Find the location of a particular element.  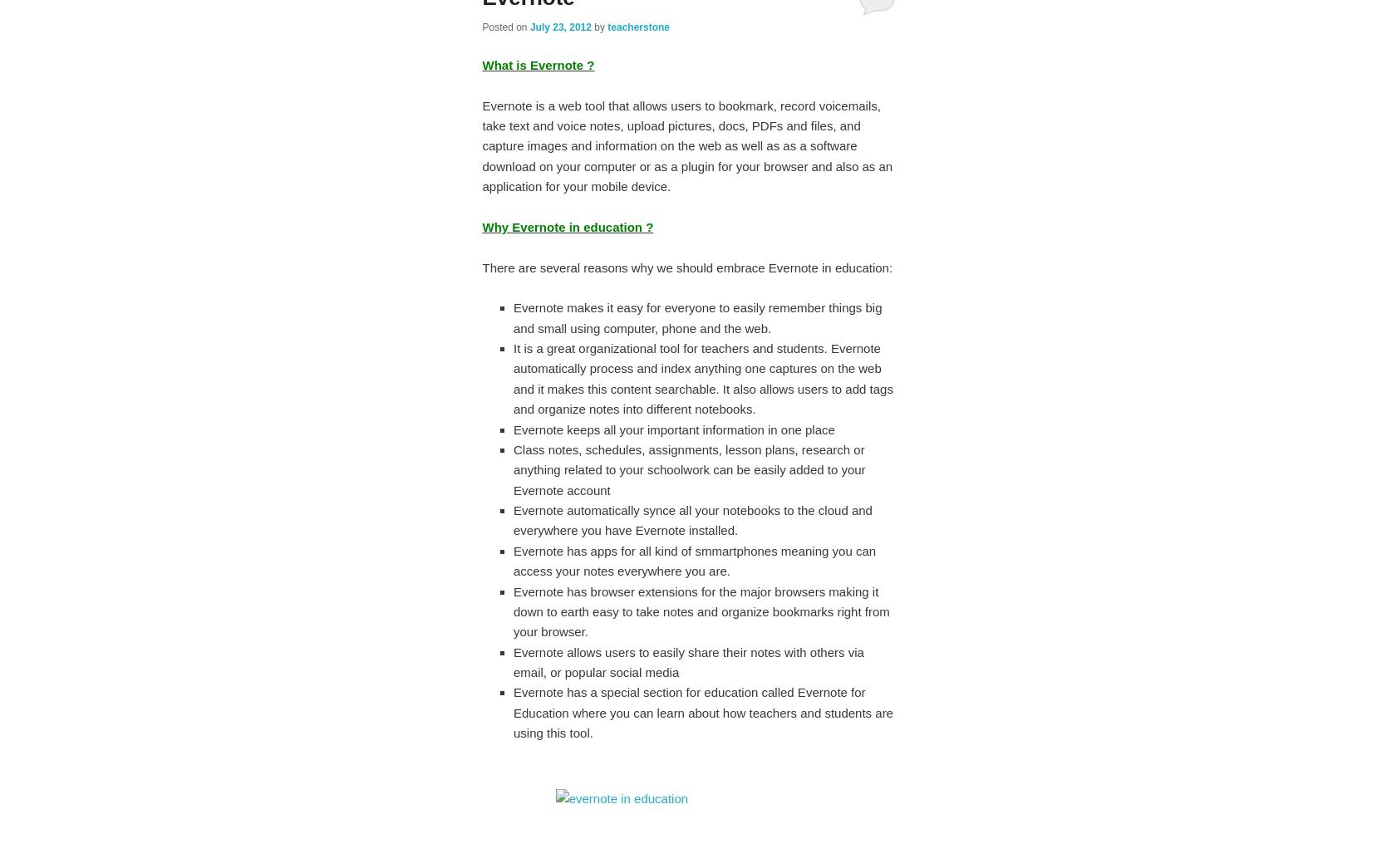

'It is a great organizational tool for teachers and students. Evernote automatically process and index anything one captures on the web and it makes this content searchable. It also allows users to add tags and organize notes into different notebooks.' is located at coordinates (703, 379).